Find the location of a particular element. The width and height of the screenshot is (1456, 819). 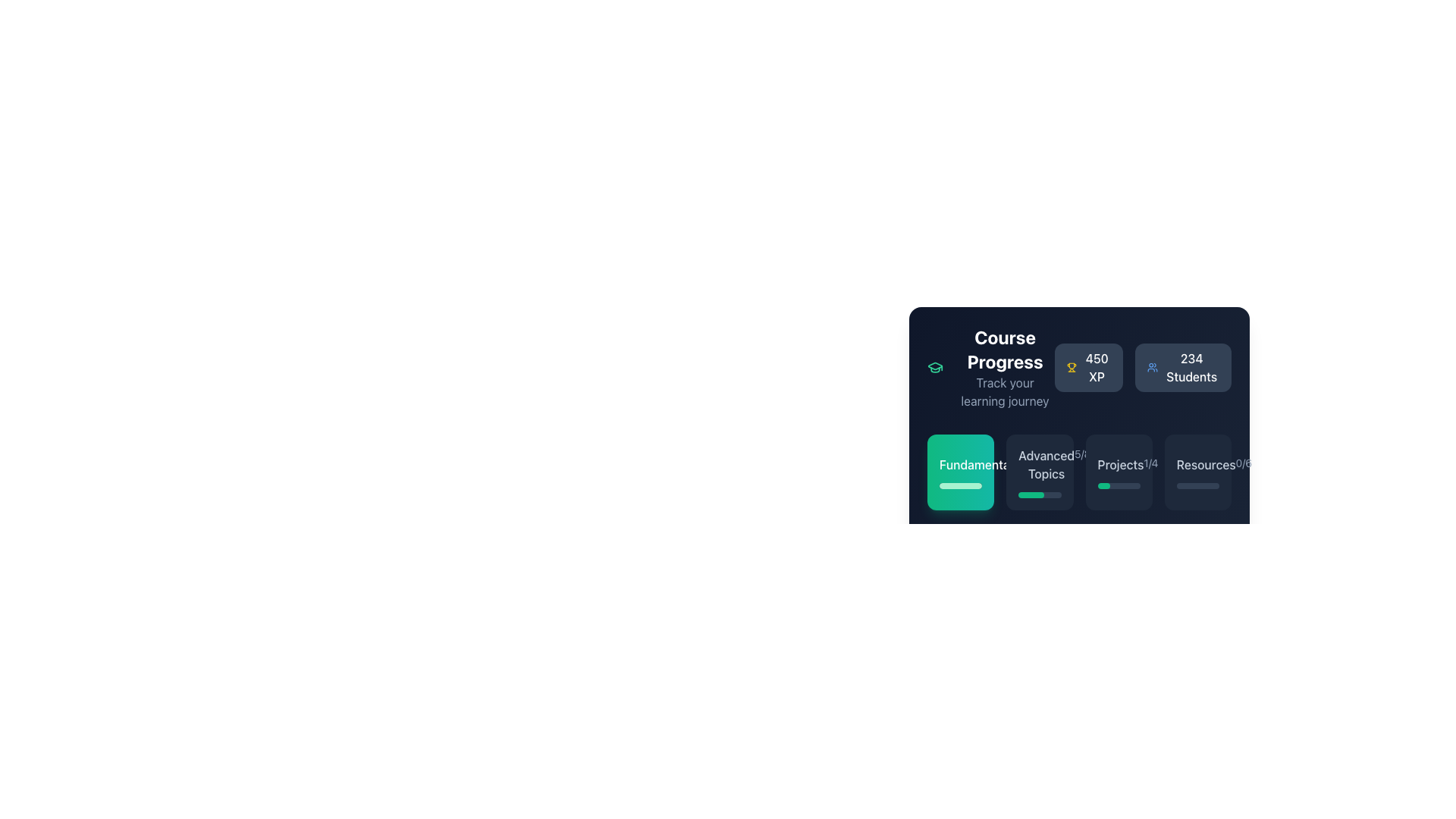

the Informational display card displaying '450 XP' with a trophy icon, located in the upper-right section of the layout adjacent to the 'Course Progress' title is located at coordinates (1087, 368).